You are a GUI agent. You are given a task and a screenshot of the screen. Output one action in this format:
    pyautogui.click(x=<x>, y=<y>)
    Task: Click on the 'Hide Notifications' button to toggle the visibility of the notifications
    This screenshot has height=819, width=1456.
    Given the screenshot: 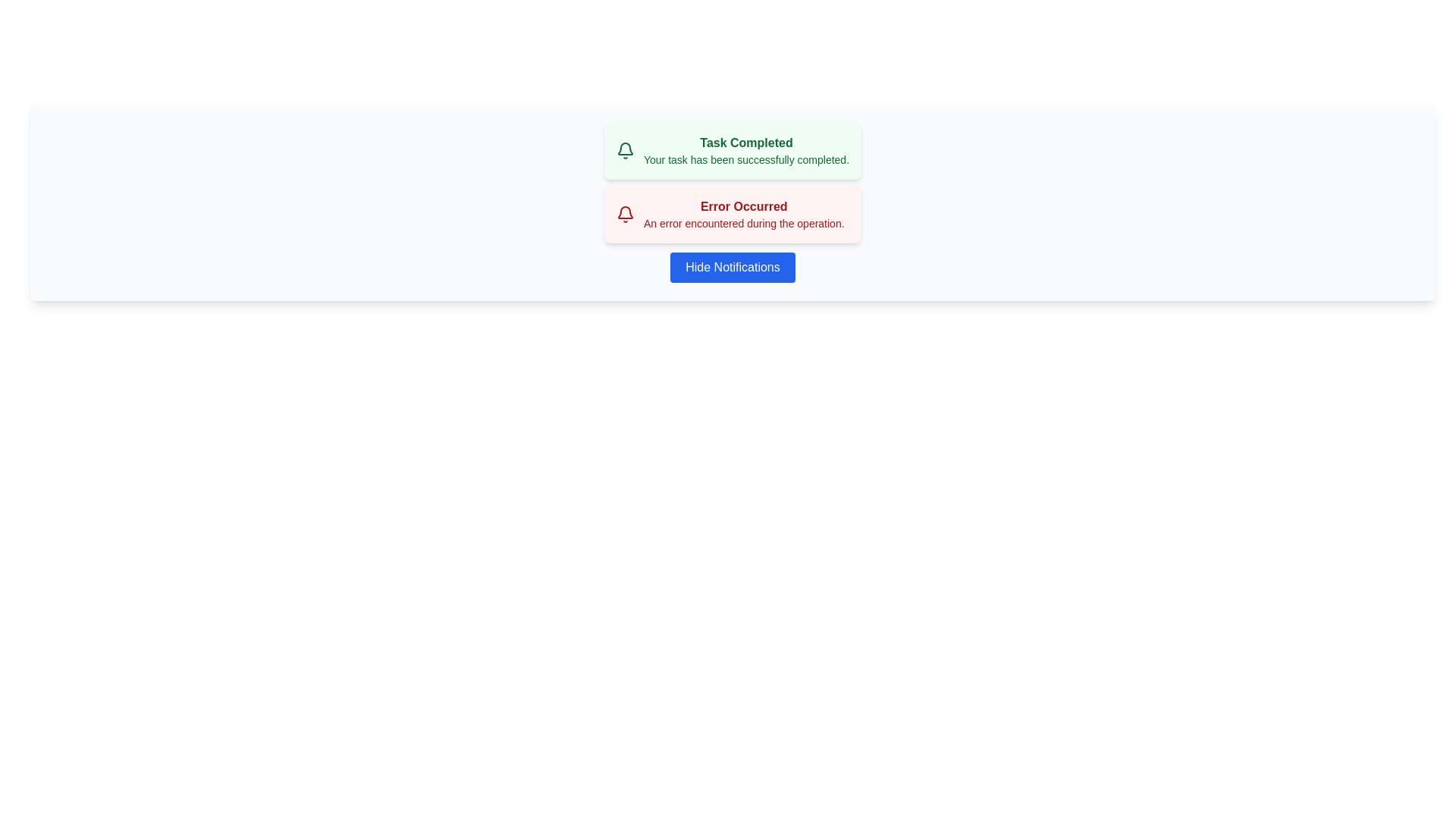 What is the action you would take?
    pyautogui.click(x=733, y=267)
    